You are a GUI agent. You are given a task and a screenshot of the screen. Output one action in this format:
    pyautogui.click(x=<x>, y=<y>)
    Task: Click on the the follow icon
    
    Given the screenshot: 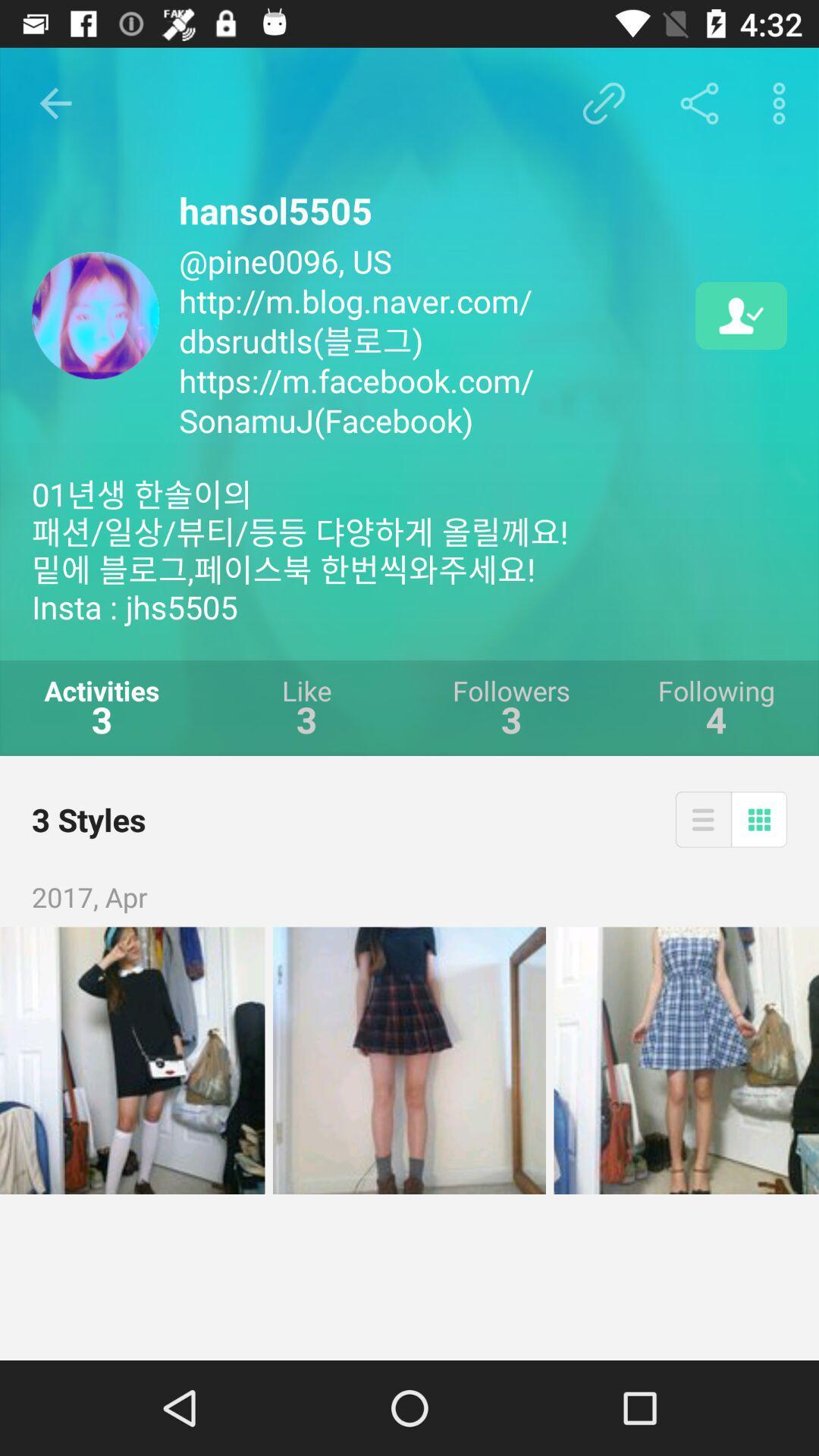 What is the action you would take?
    pyautogui.click(x=740, y=315)
    